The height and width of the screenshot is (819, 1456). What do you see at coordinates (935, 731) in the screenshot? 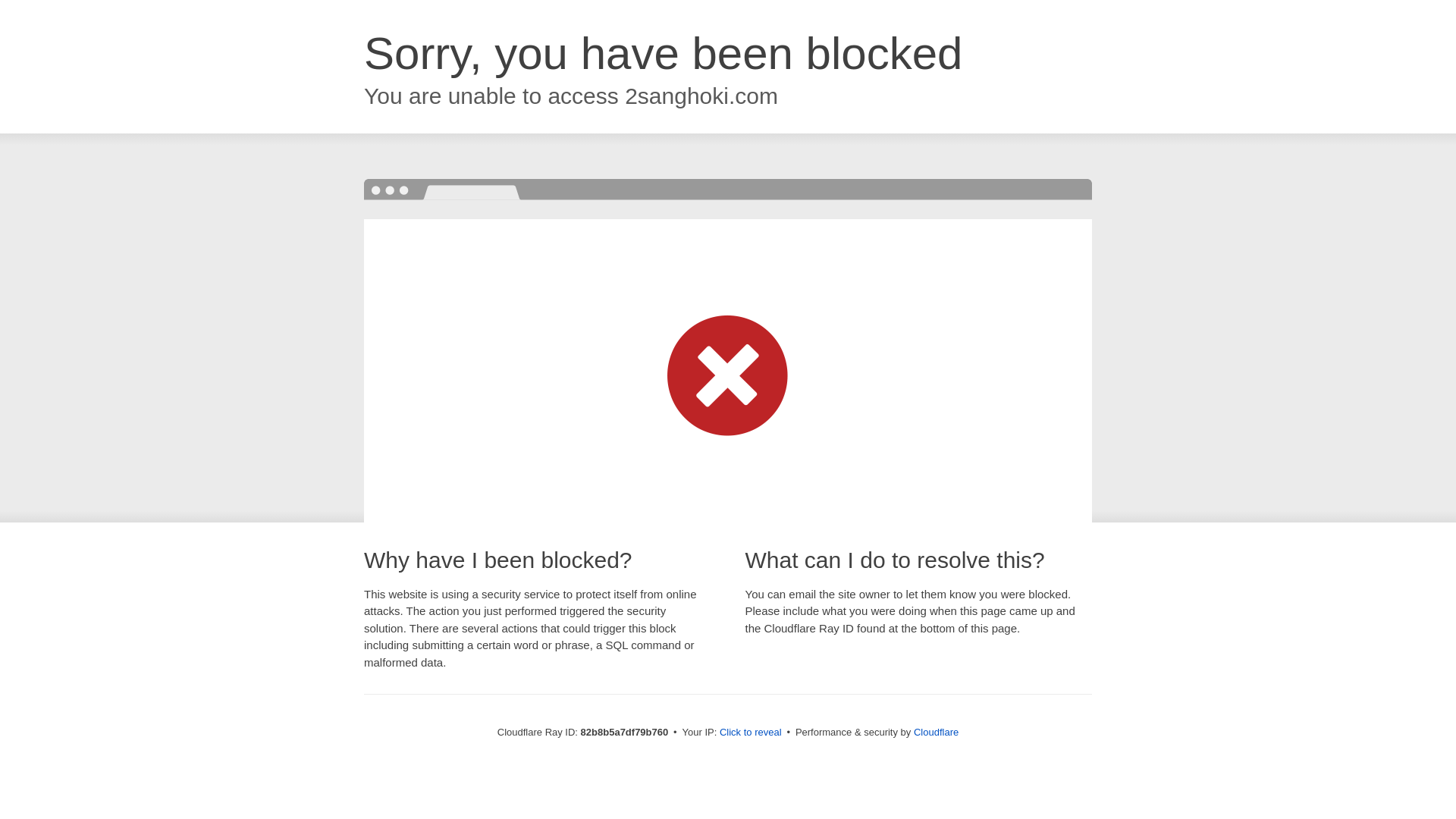
I see `'Cloudflare'` at bounding box center [935, 731].